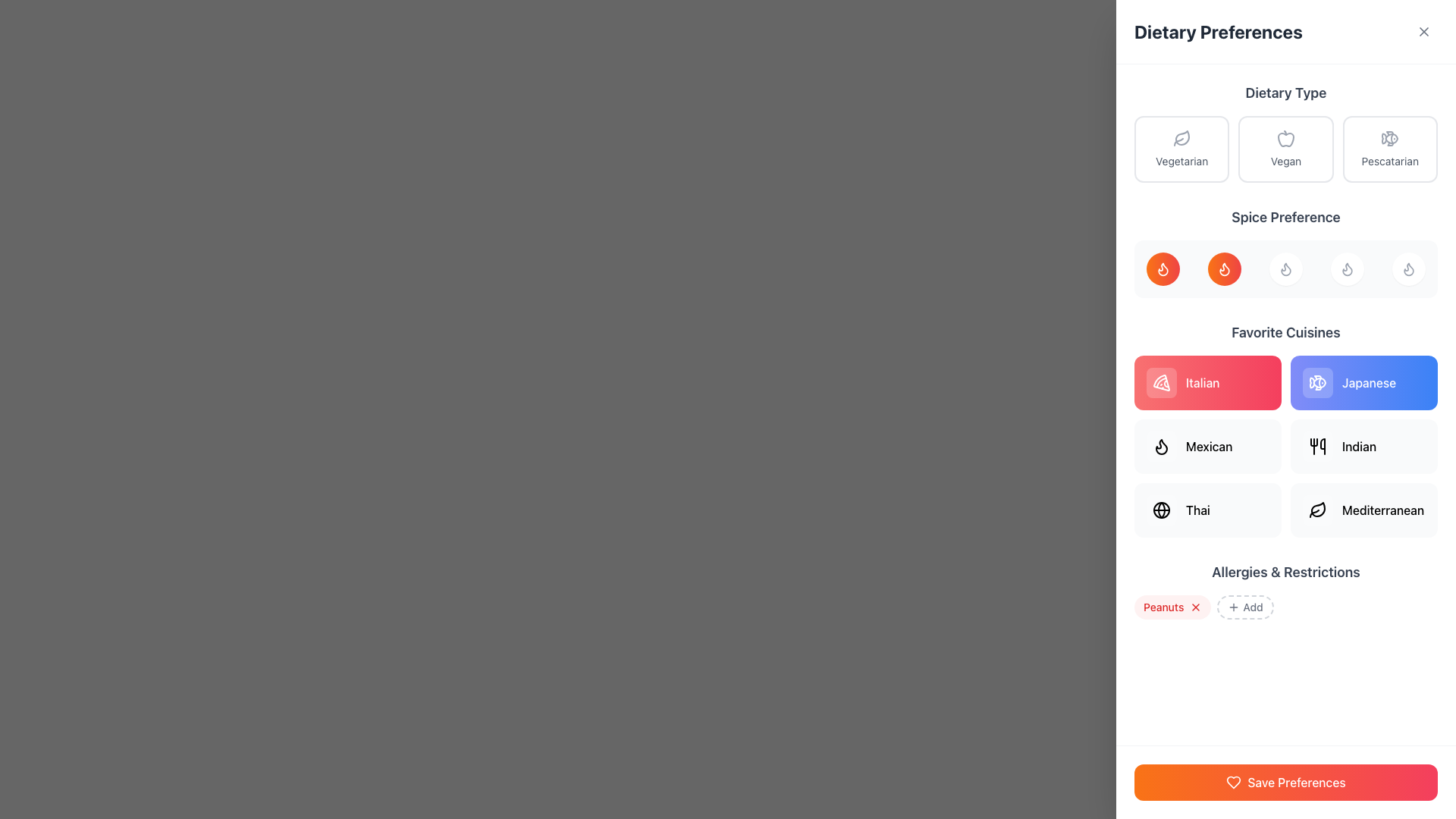 This screenshot has height=819, width=1456. Describe the element at coordinates (1285, 149) in the screenshot. I see `the 'Vegan' selectable card, which is a rounded rectangular card with an apple icon at the top and the text 'Vegan' below it, located in the 'Dietary Preferences' dialog box` at that location.